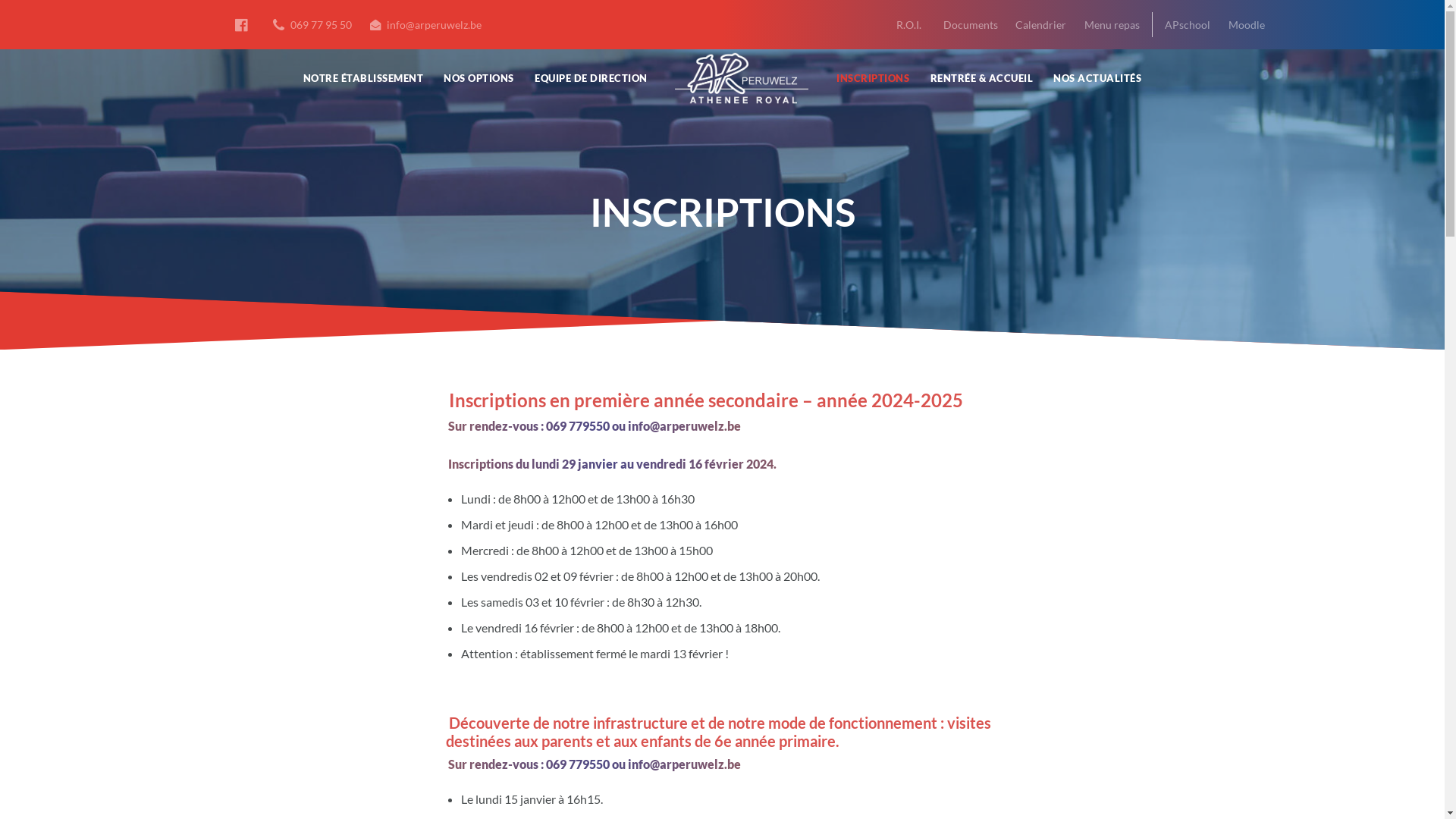  I want to click on 'R.O.I.', so click(908, 24).